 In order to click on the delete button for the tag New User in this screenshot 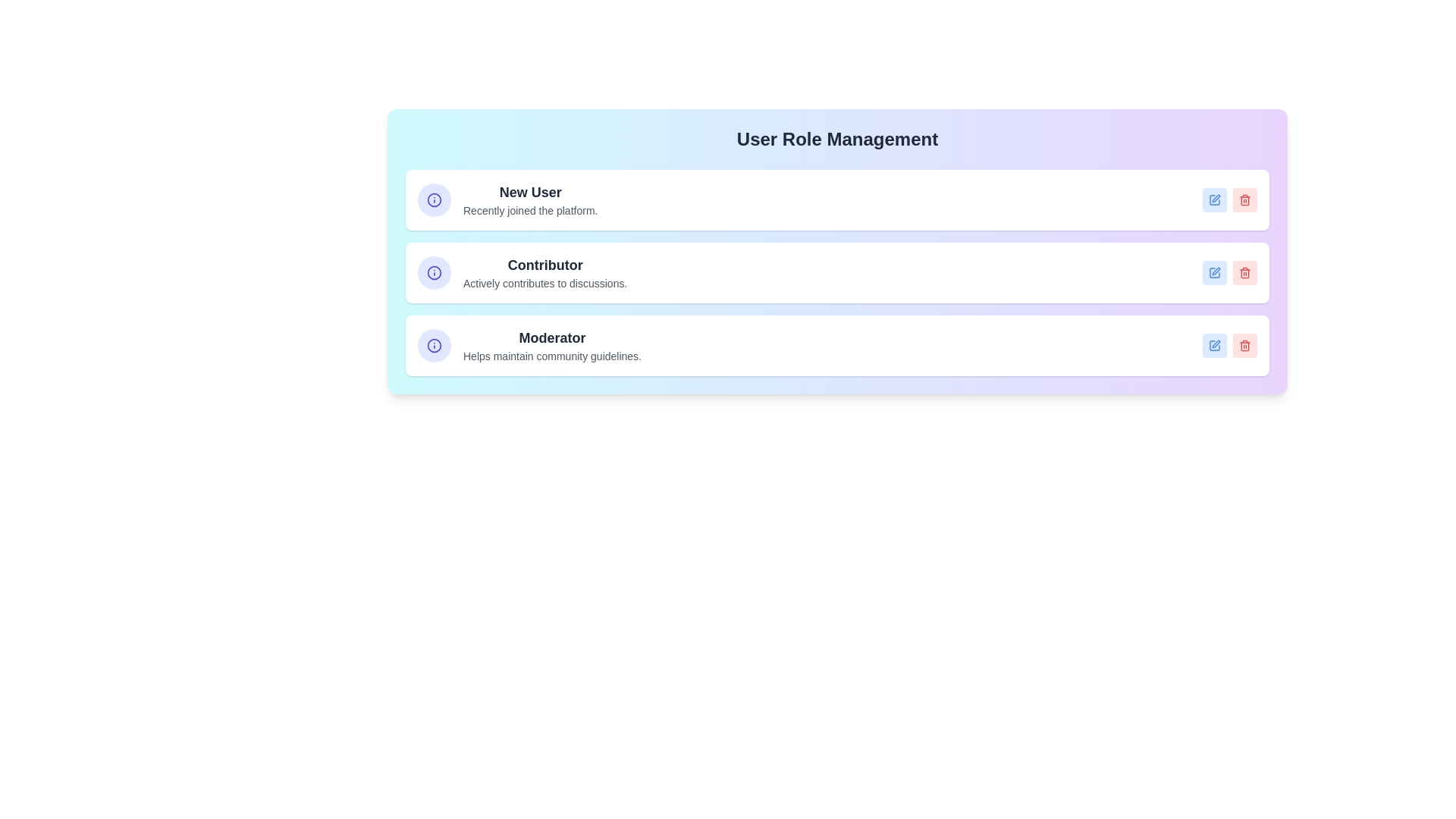, I will do `click(1244, 199)`.